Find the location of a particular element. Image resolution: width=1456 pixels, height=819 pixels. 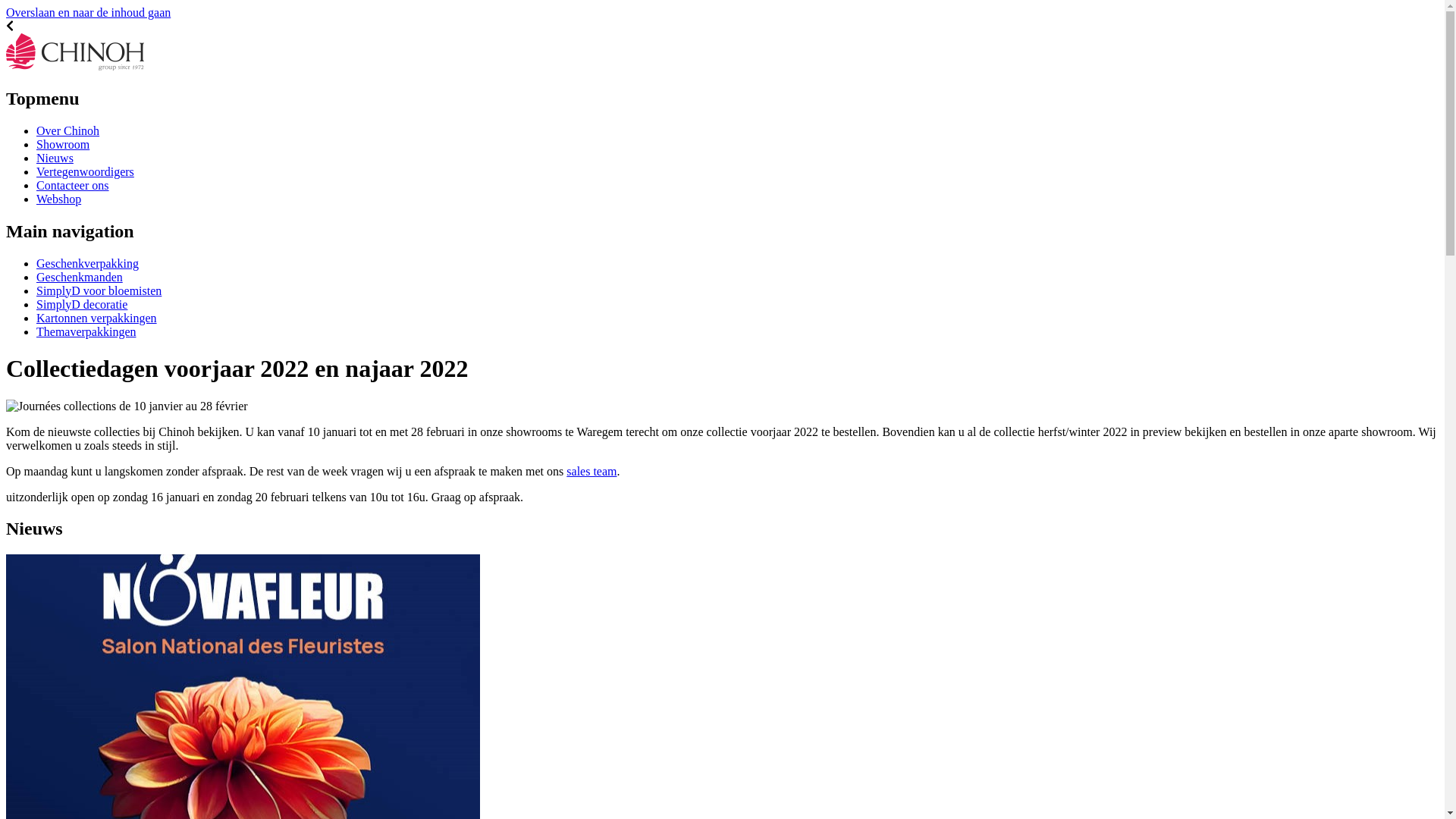

'SimplyD voor bloemisten' is located at coordinates (98, 290).